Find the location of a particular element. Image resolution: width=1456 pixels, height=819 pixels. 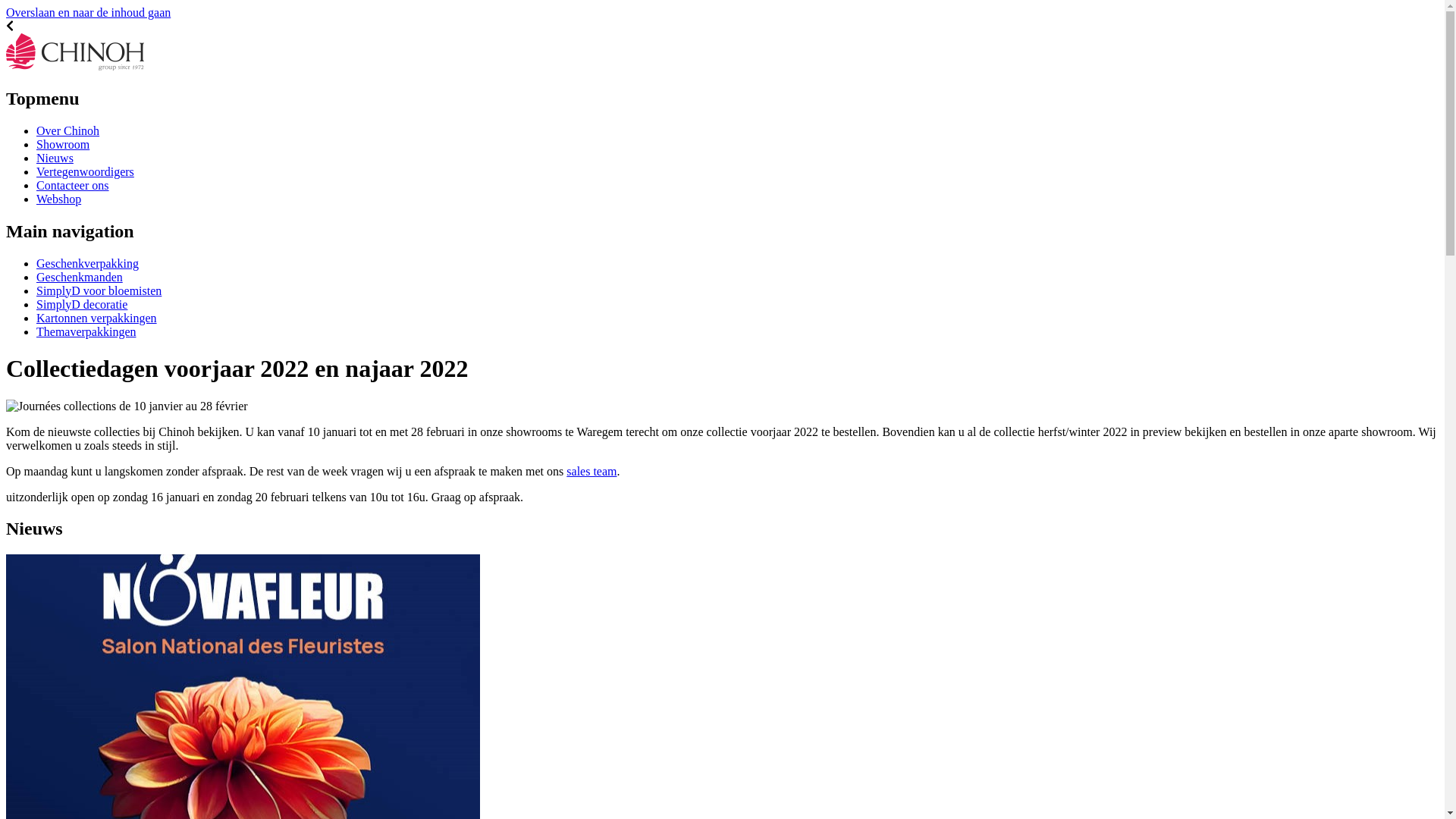

'SimplyD voor bloemisten' is located at coordinates (98, 290).